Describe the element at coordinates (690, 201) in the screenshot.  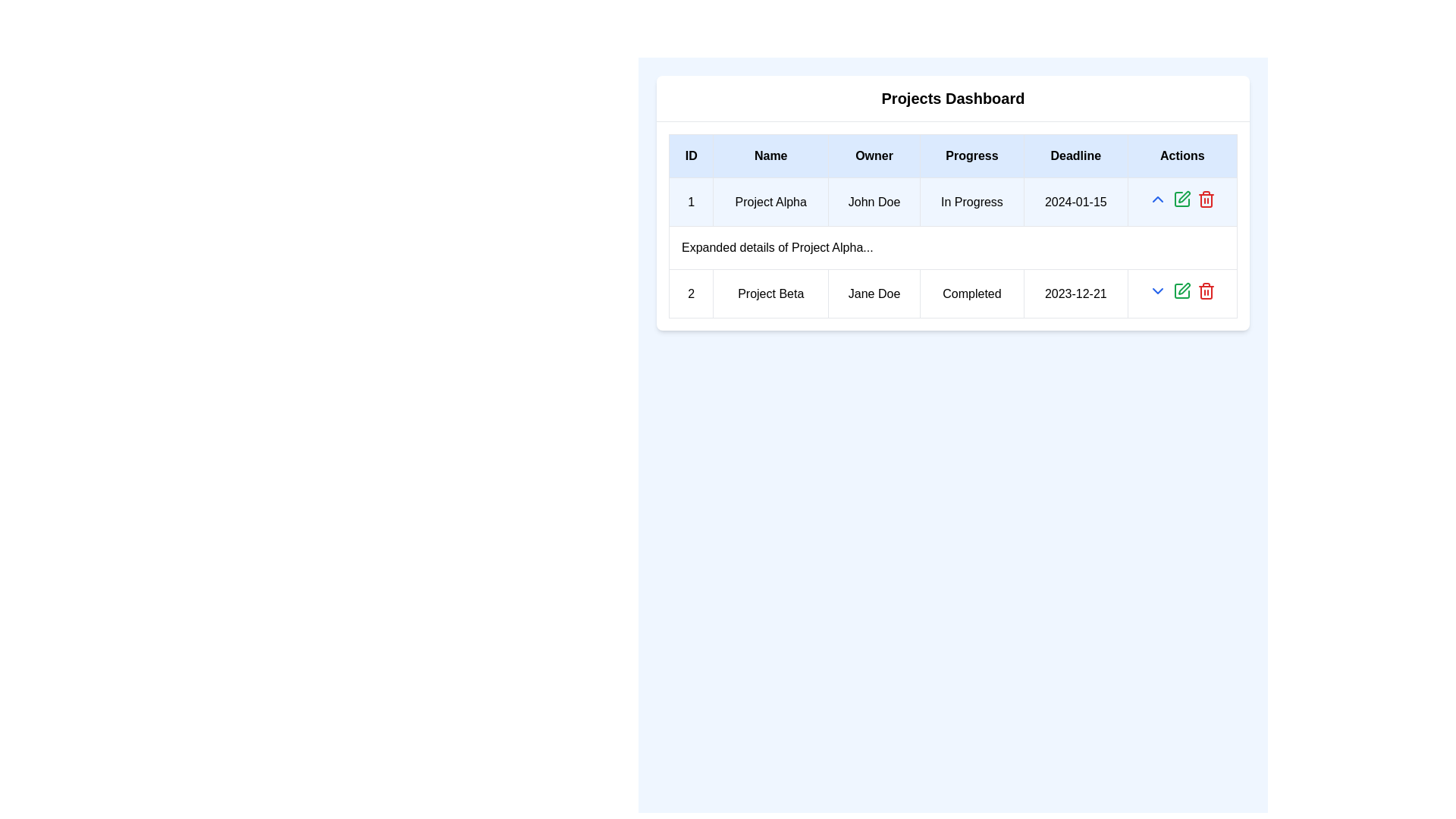
I see `contents of the Text Display element that serves as a unique identifier for the first record in the dataset, located in the 'ID' column adjacent to 'Project Alpha'` at that location.